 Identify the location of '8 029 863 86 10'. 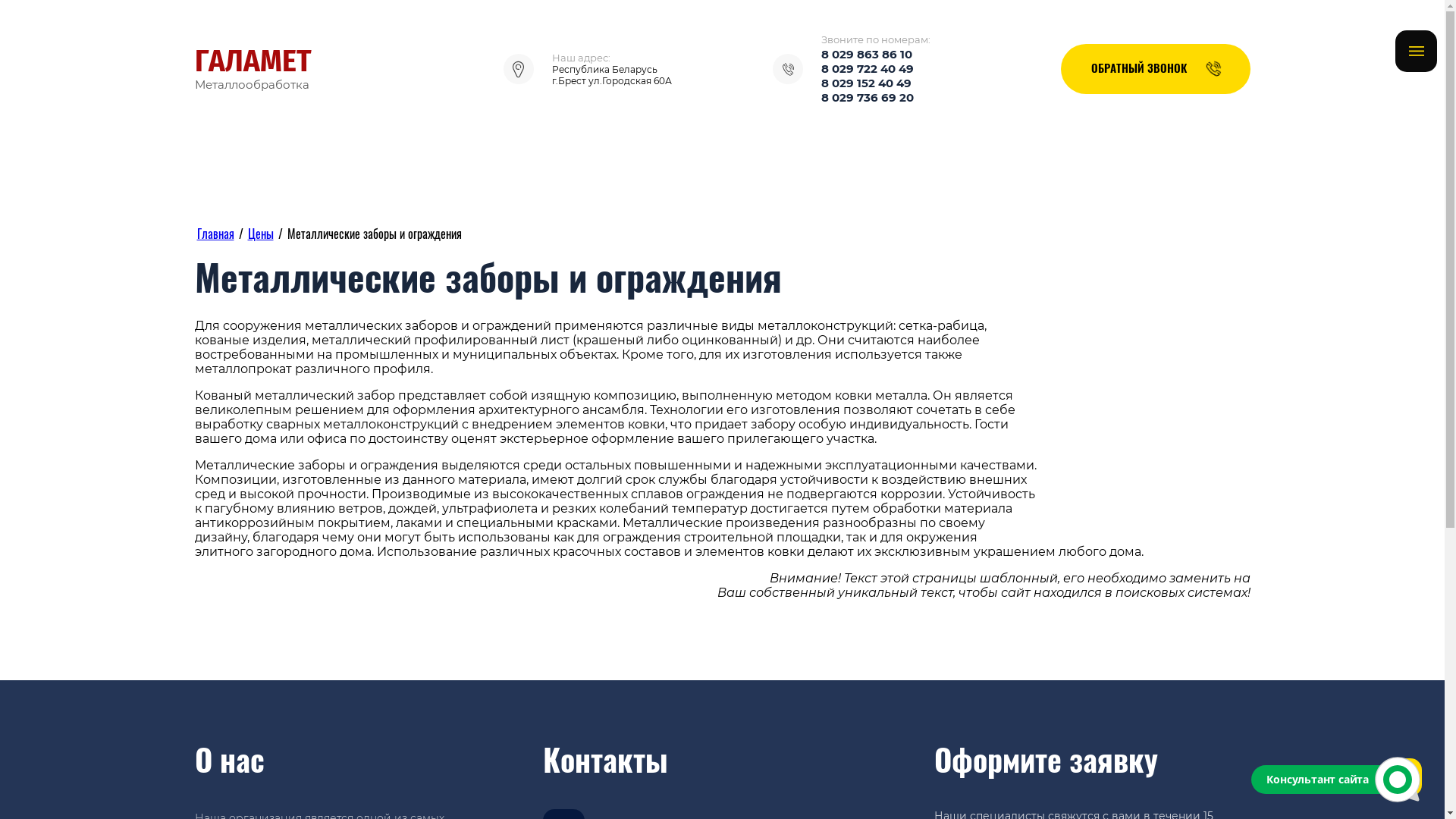
(866, 53).